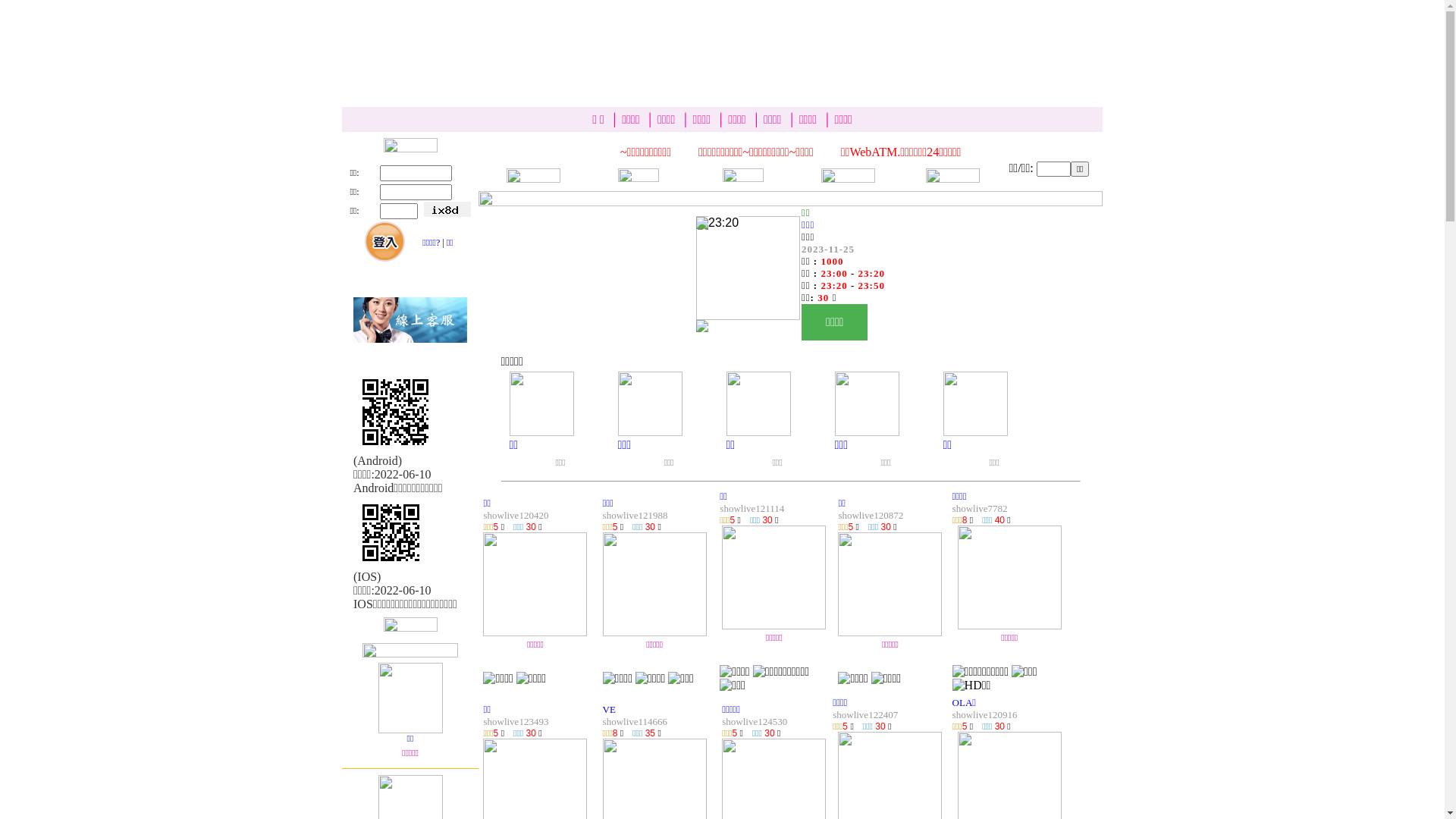 This screenshot has height=819, width=1456. I want to click on 'VE', so click(609, 709).